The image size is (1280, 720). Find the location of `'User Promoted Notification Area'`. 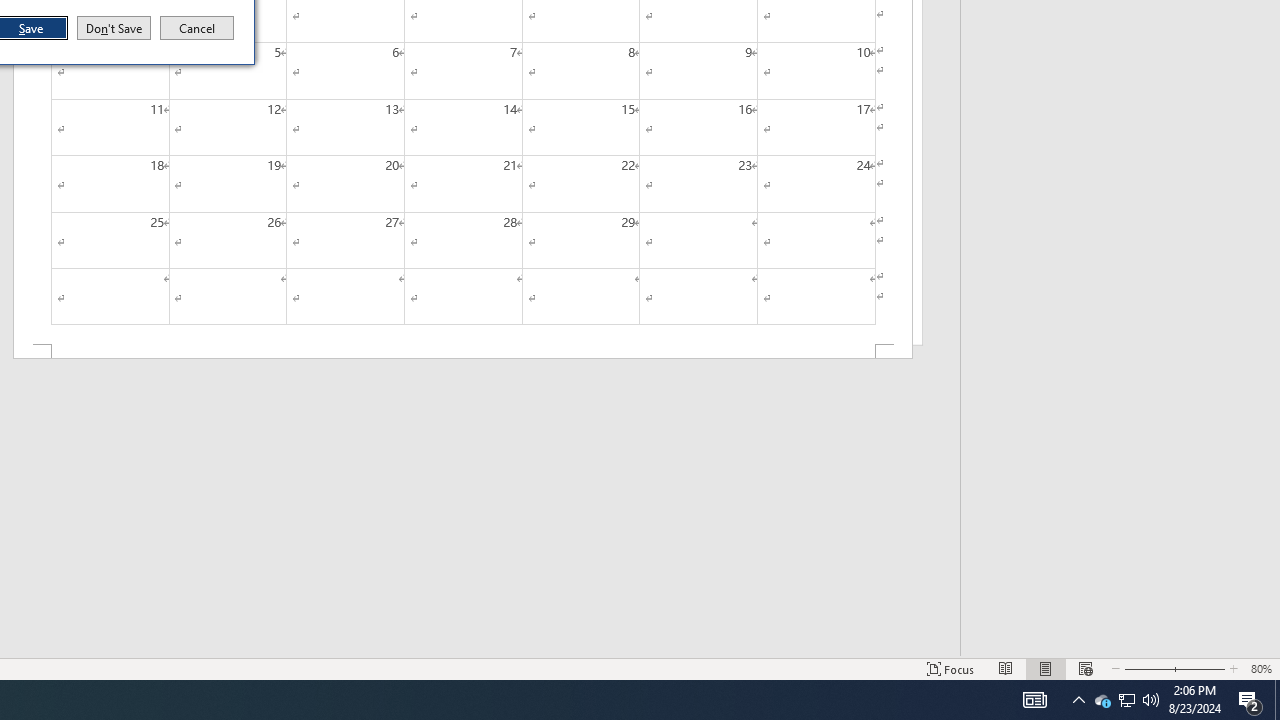

'User Promoted Notification Area' is located at coordinates (1127, 698).